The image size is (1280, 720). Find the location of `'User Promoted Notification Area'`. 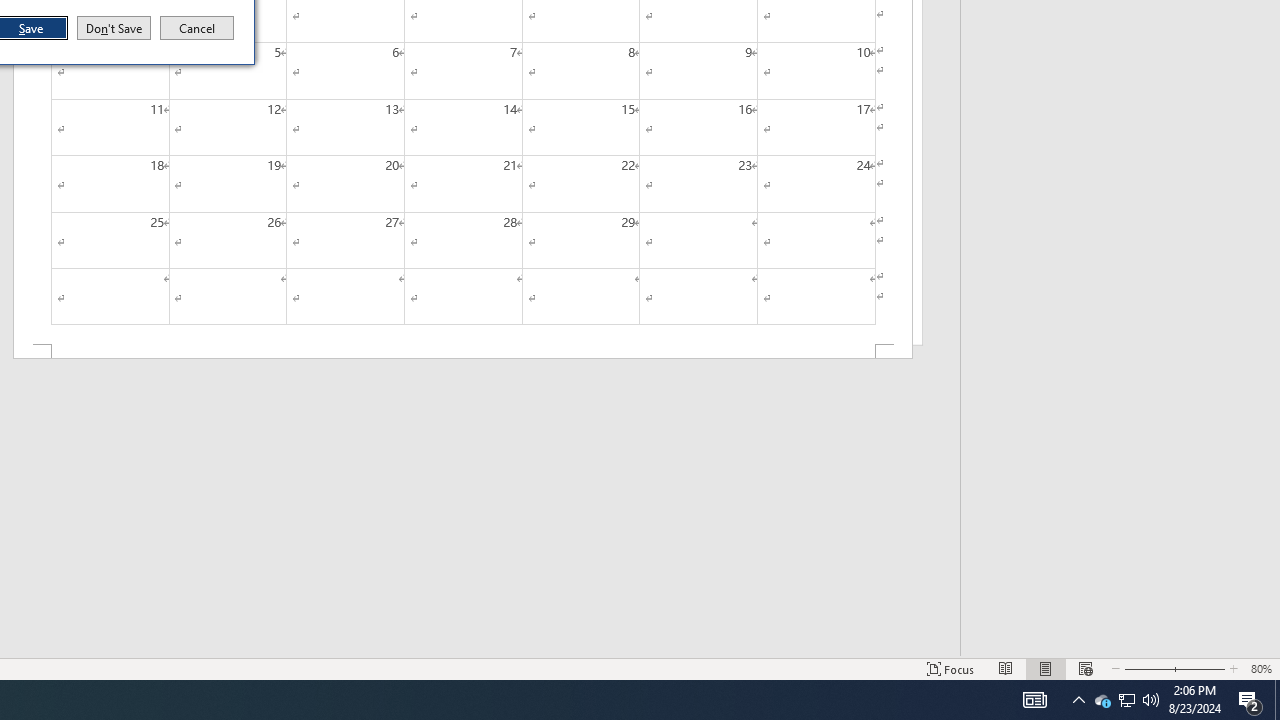

'User Promoted Notification Area' is located at coordinates (1127, 698).